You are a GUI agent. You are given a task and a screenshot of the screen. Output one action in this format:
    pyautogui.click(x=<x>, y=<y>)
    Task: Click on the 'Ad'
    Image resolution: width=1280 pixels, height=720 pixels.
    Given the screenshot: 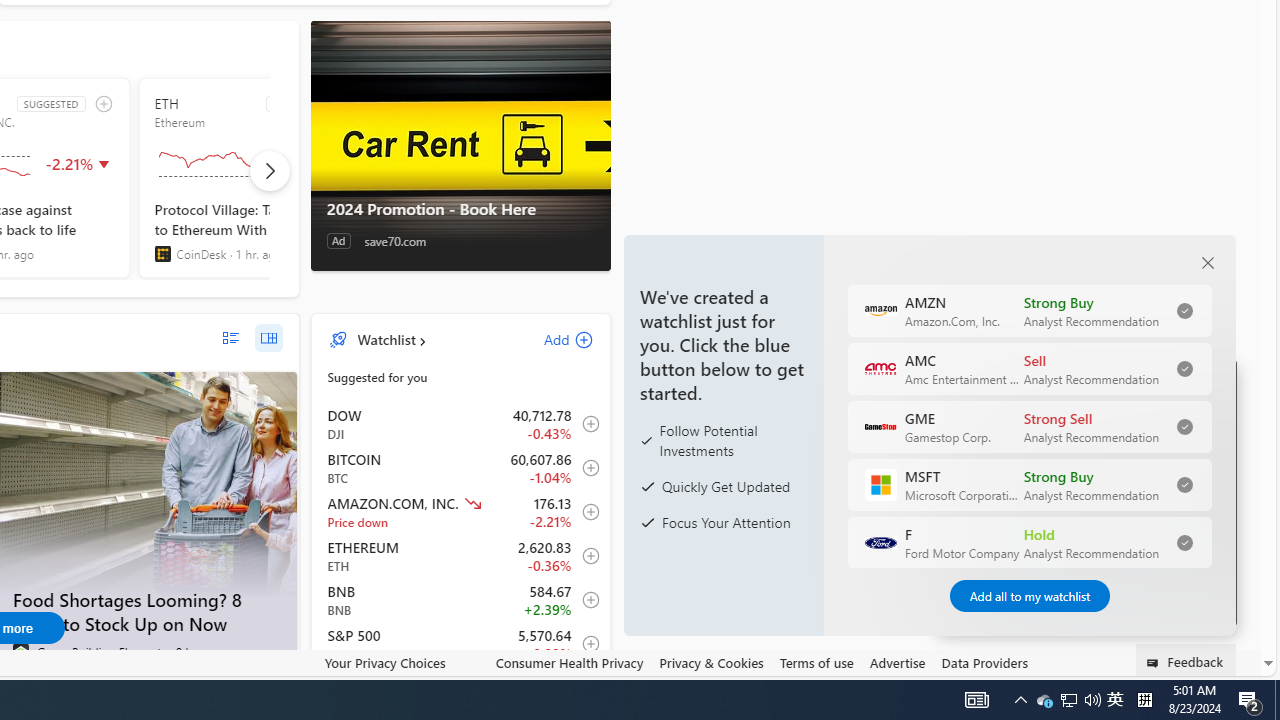 What is the action you would take?
    pyautogui.click(x=338, y=240)
    